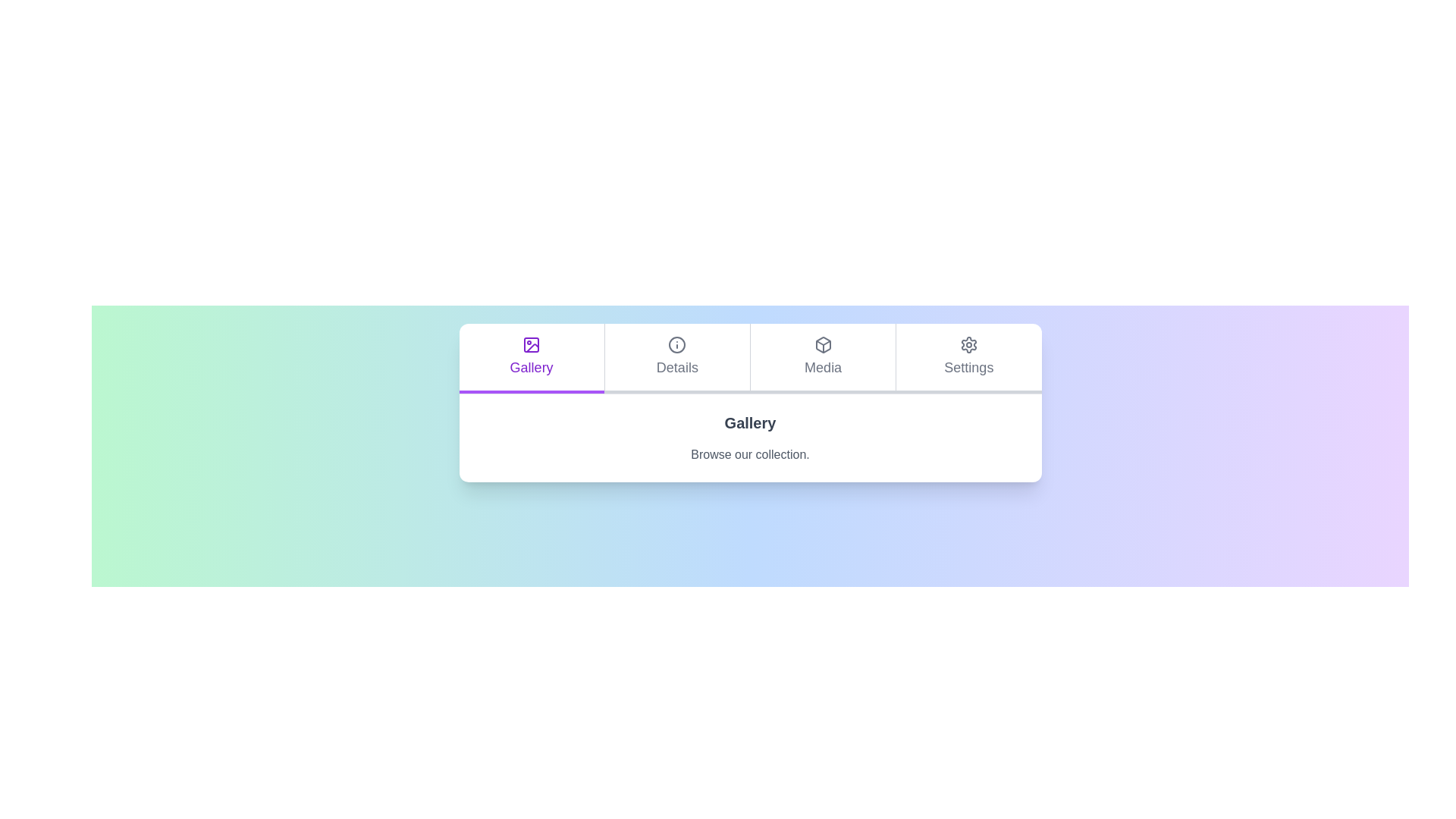  What do you see at coordinates (676, 359) in the screenshot?
I see `the Details tab by clicking on its label or icon` at bounding box center [676, 359].